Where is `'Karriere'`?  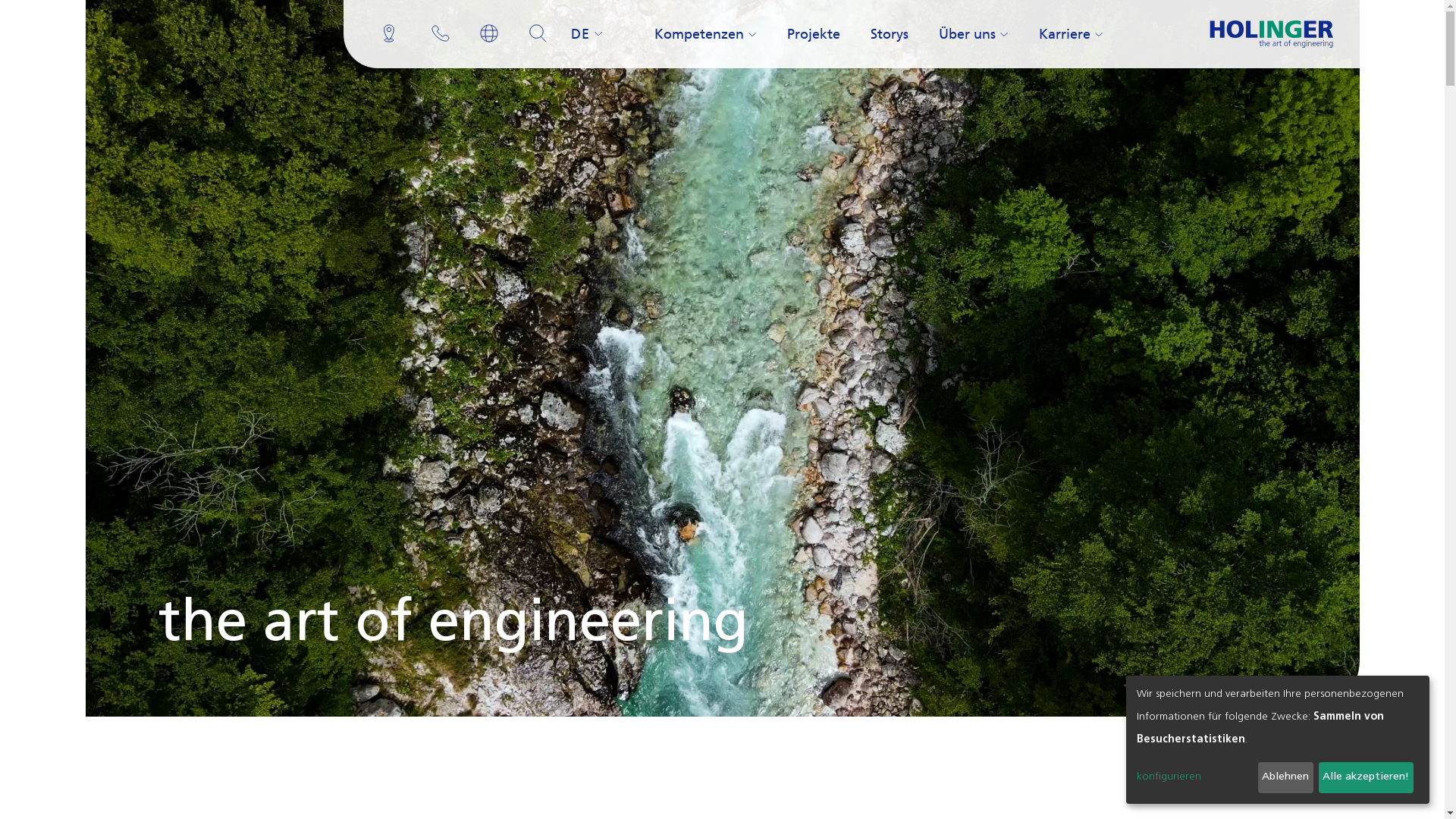
'Karriere' is located at coordinates (1032, 34).